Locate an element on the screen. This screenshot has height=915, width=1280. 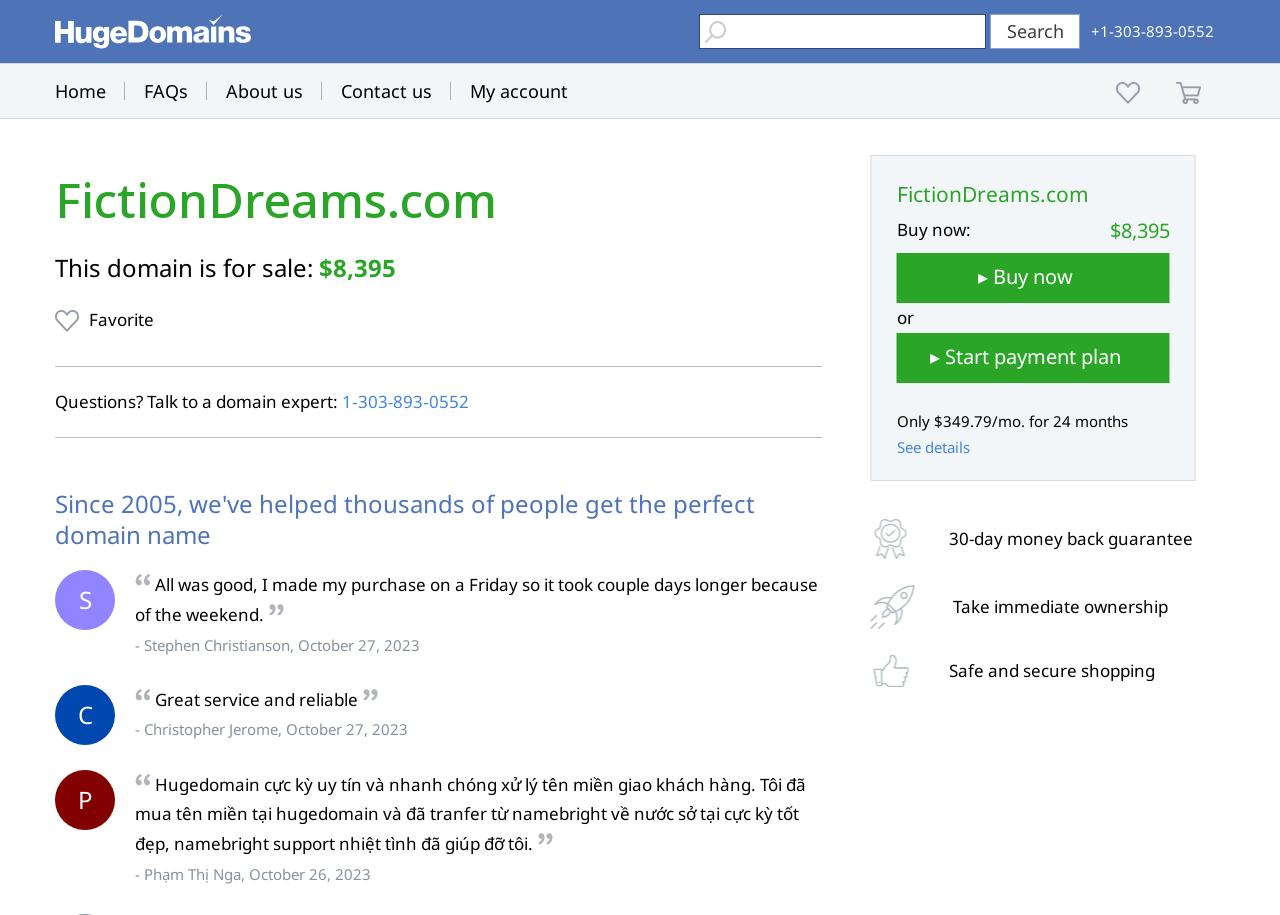
'Questions? Talk to a domain expert:' is located at coordinates (198, 400).